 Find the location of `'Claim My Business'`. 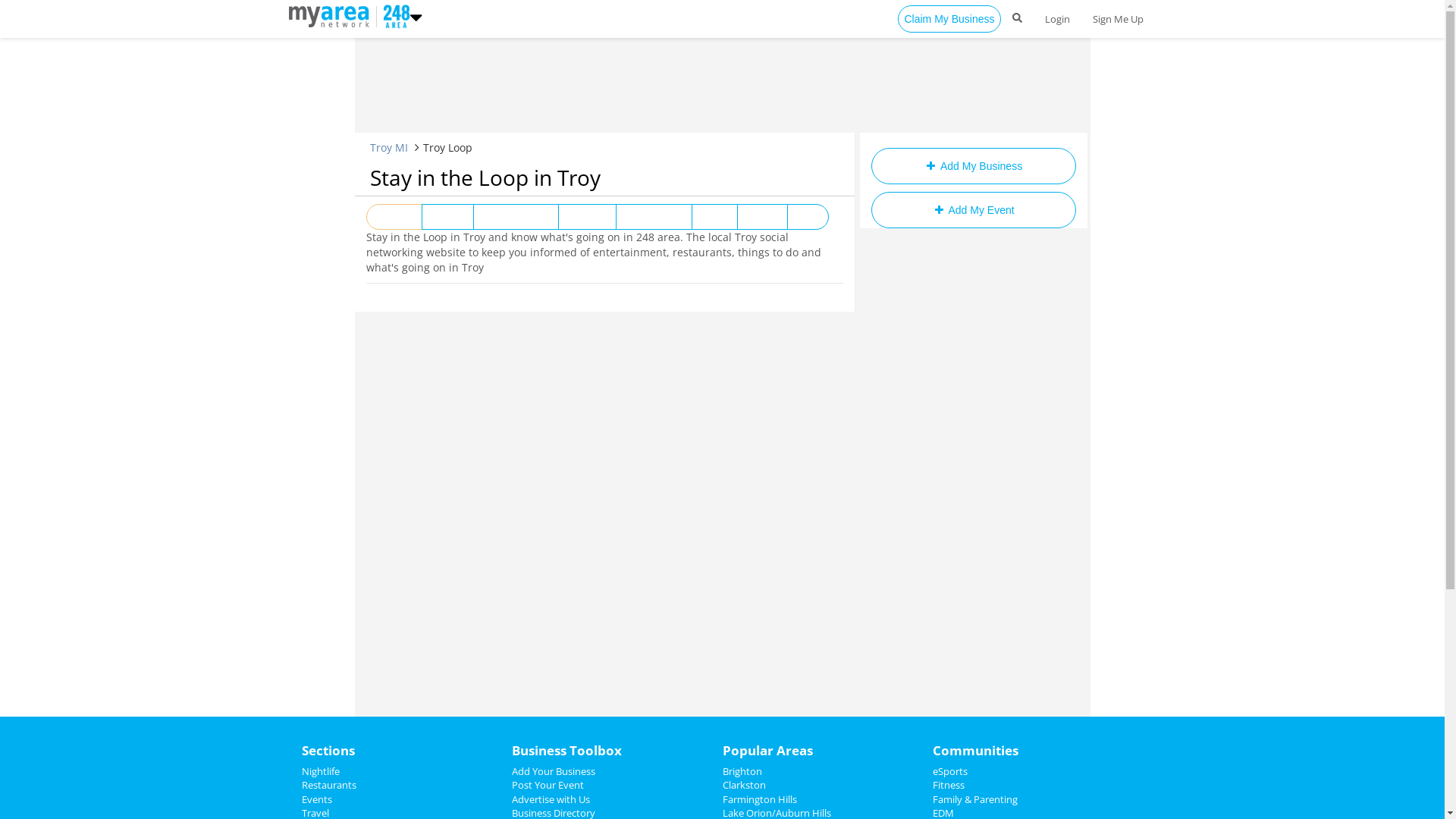

'Claim My Business' is located at coordinates (898, 18).